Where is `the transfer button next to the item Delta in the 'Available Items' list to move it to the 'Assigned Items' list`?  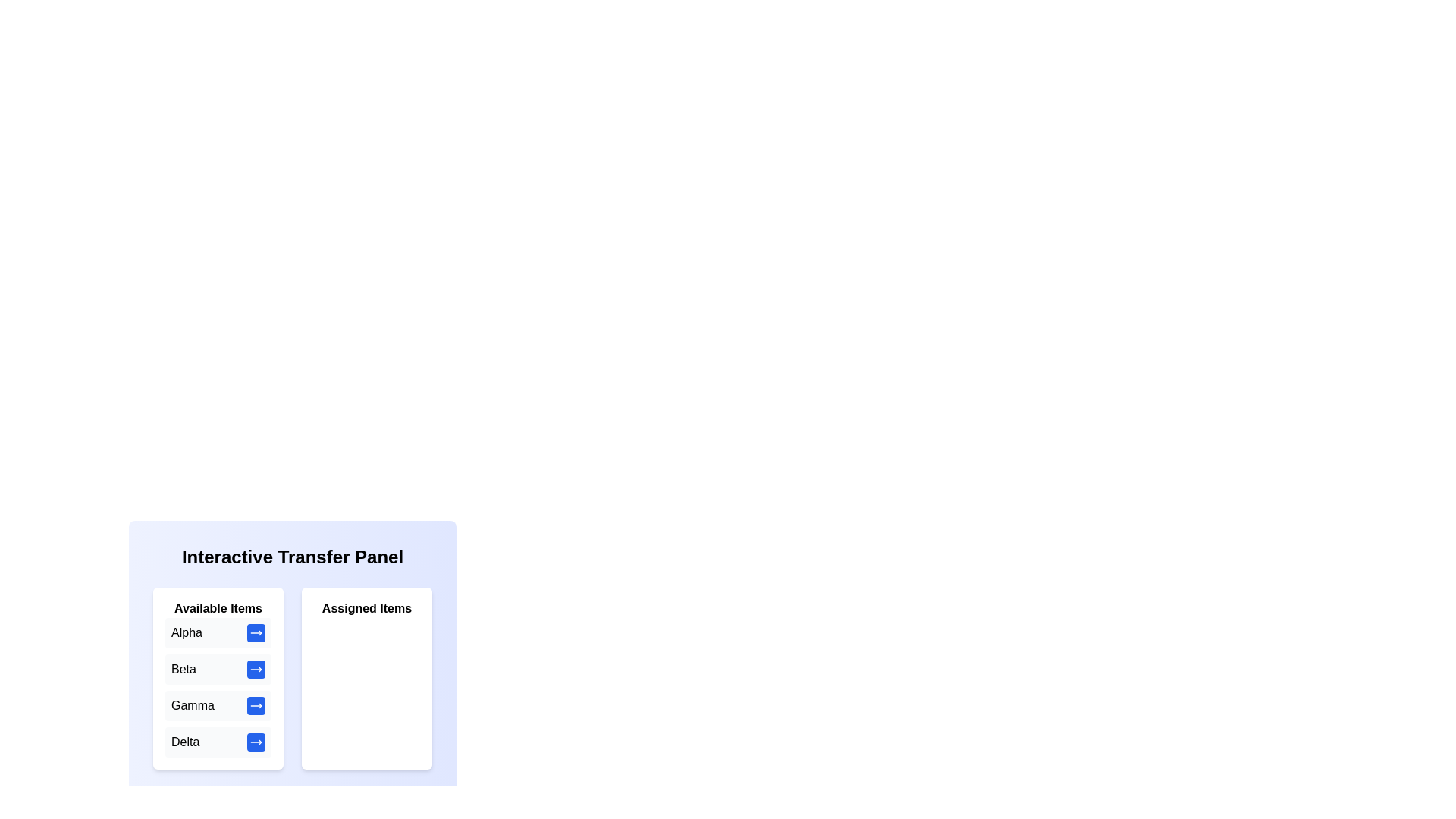
the transfer button next to the item Delta in the 'Available Items' list to move it to the 'Assigned Items' list is located at coordinates (256, 742).